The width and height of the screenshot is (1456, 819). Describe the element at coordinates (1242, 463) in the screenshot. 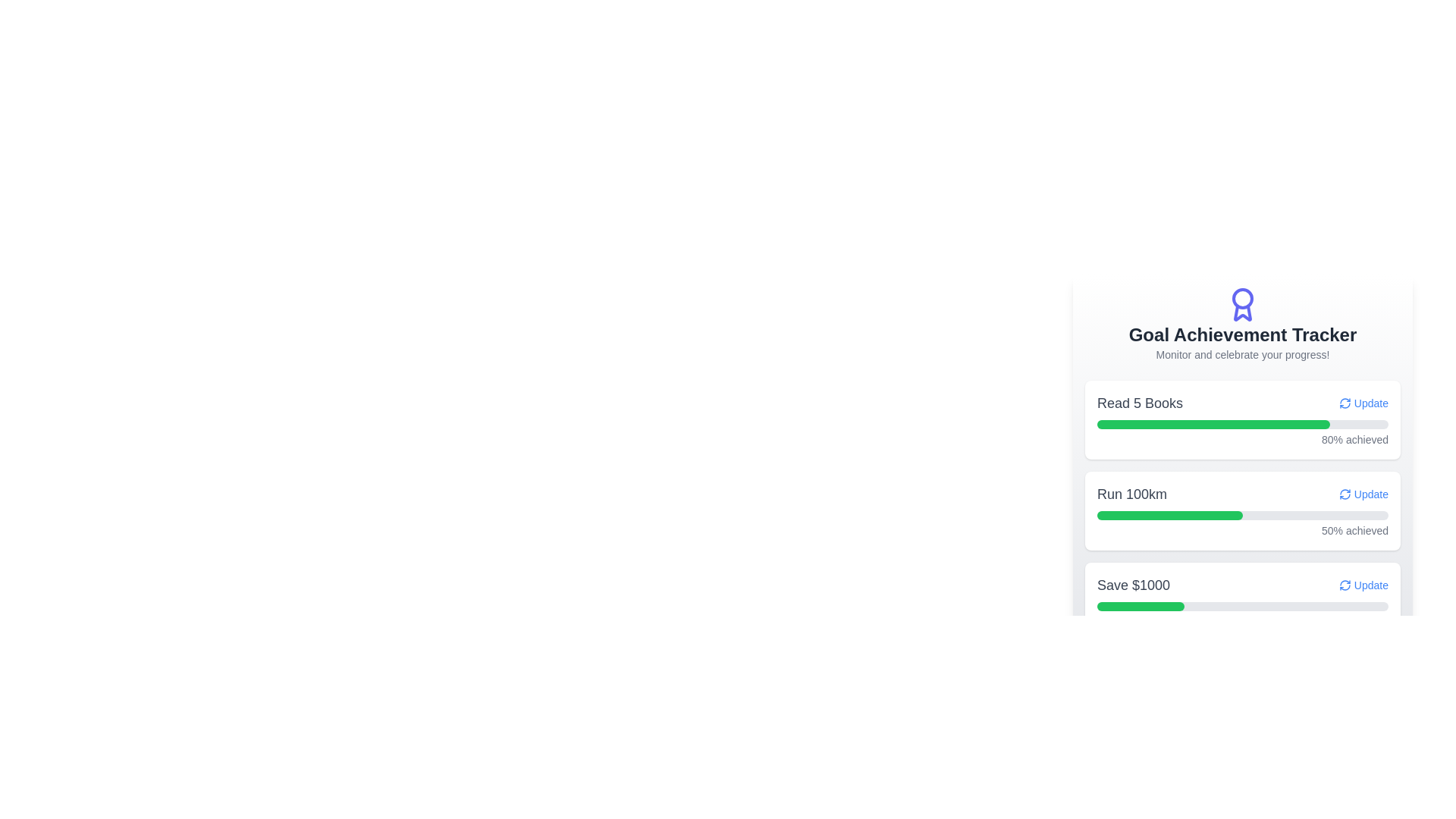

I see `specific items within the Progress Tracker element, which is a vertically oriented card featuring three primary rows with titles, progress bars, and status texts` at that location.